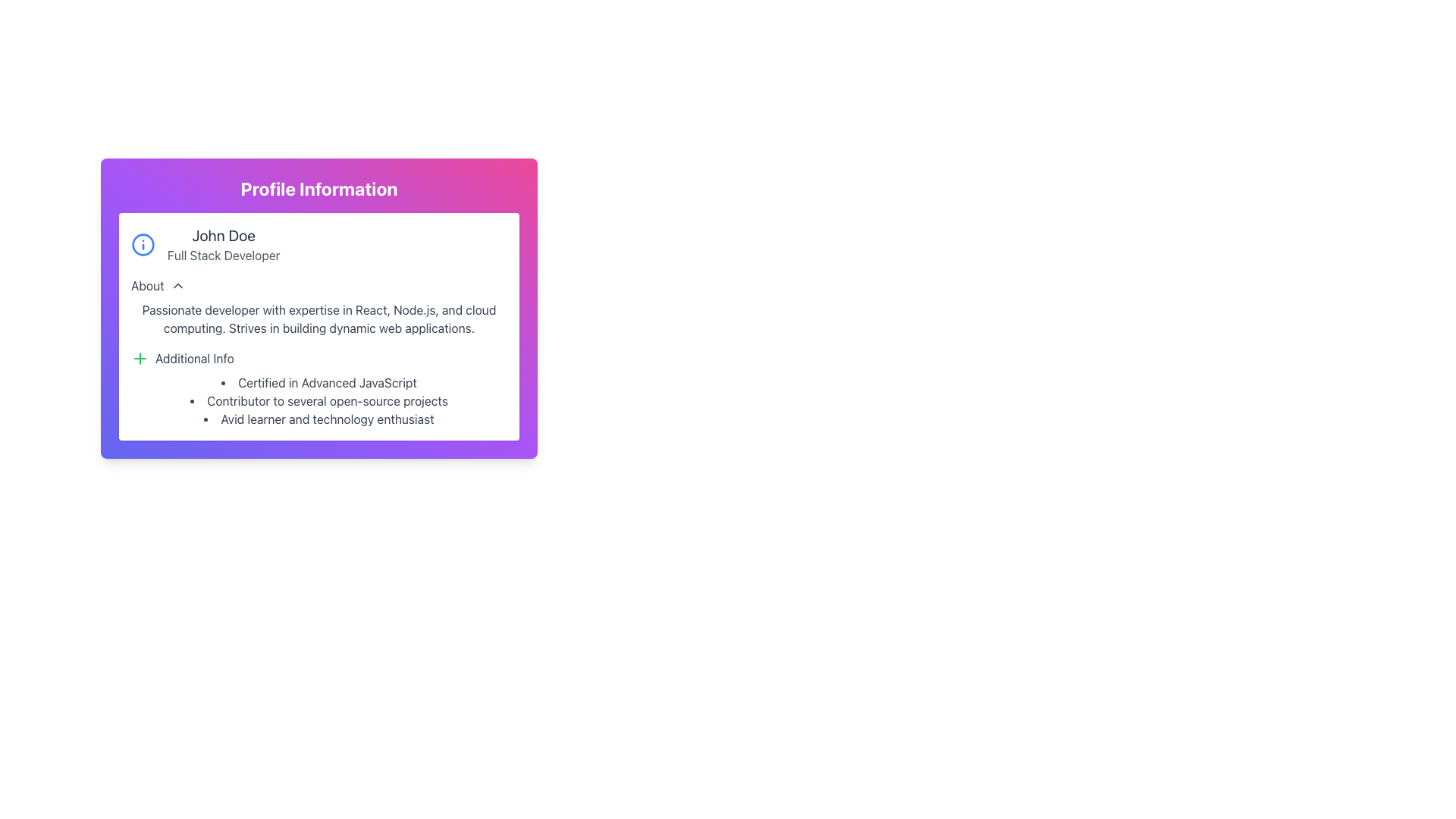  What do you see at coordinates (143, 244) in the screenshot?
I see `the blue circular icon enclosed within a blue circle outline located in the top-left corner of the 'Profile Information' section` at bounding box center [143, 244].